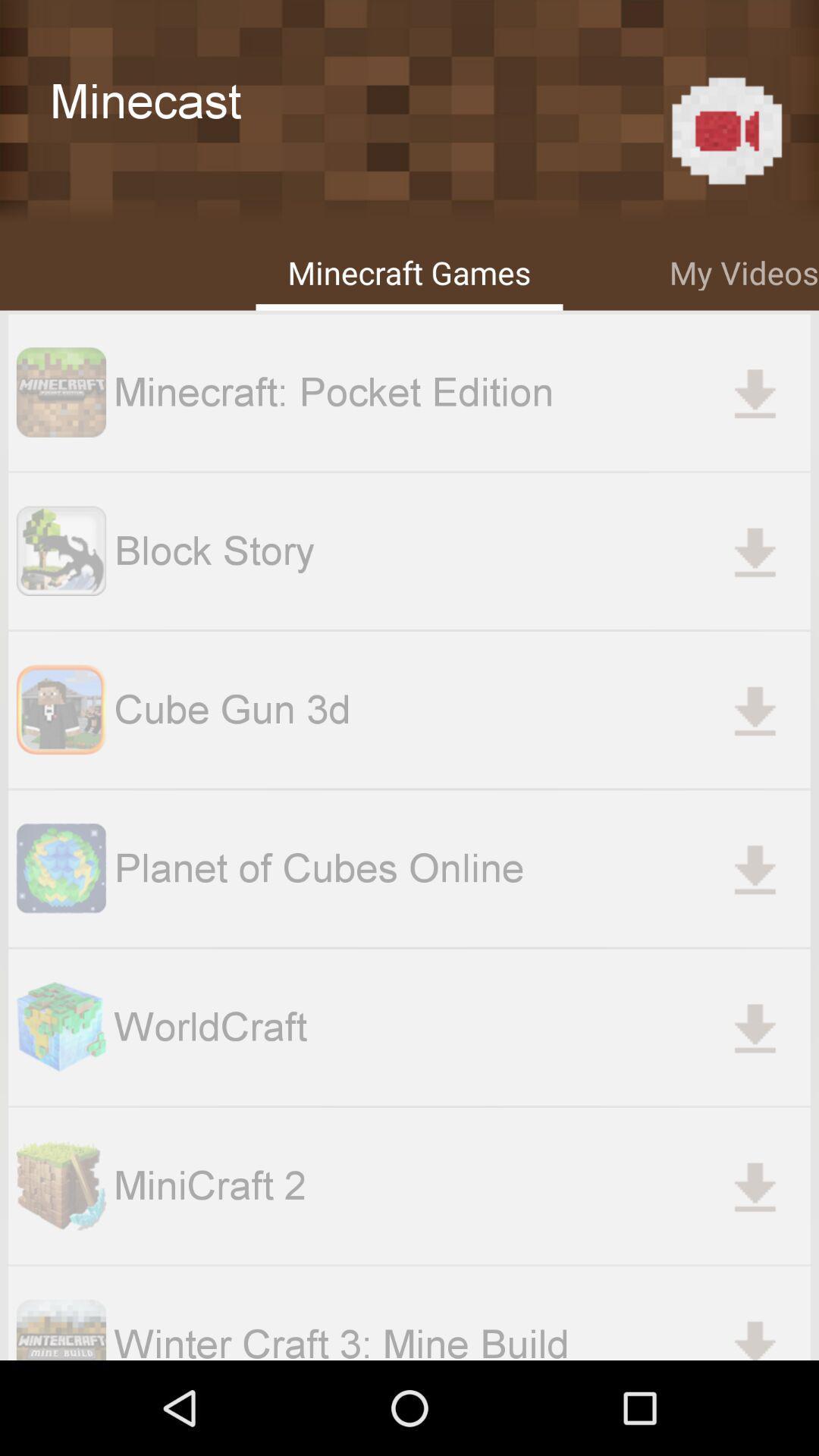  What do you see at coordinates (461, 868) in the screenshot?
I see `the planet of cubes` at bounding box center [461, 868].